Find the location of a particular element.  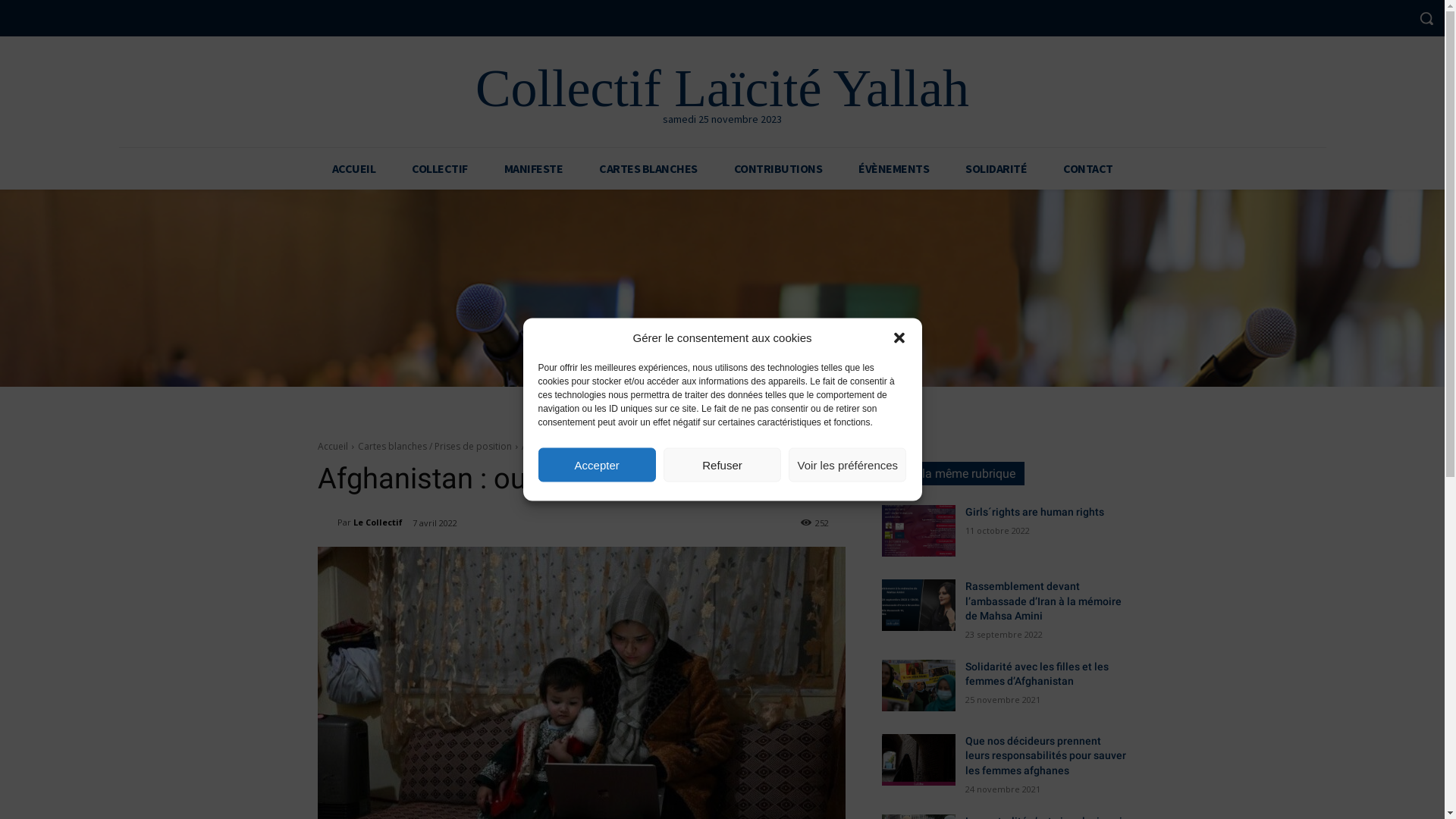

'Accepter' is located at coordinates (596, 463).